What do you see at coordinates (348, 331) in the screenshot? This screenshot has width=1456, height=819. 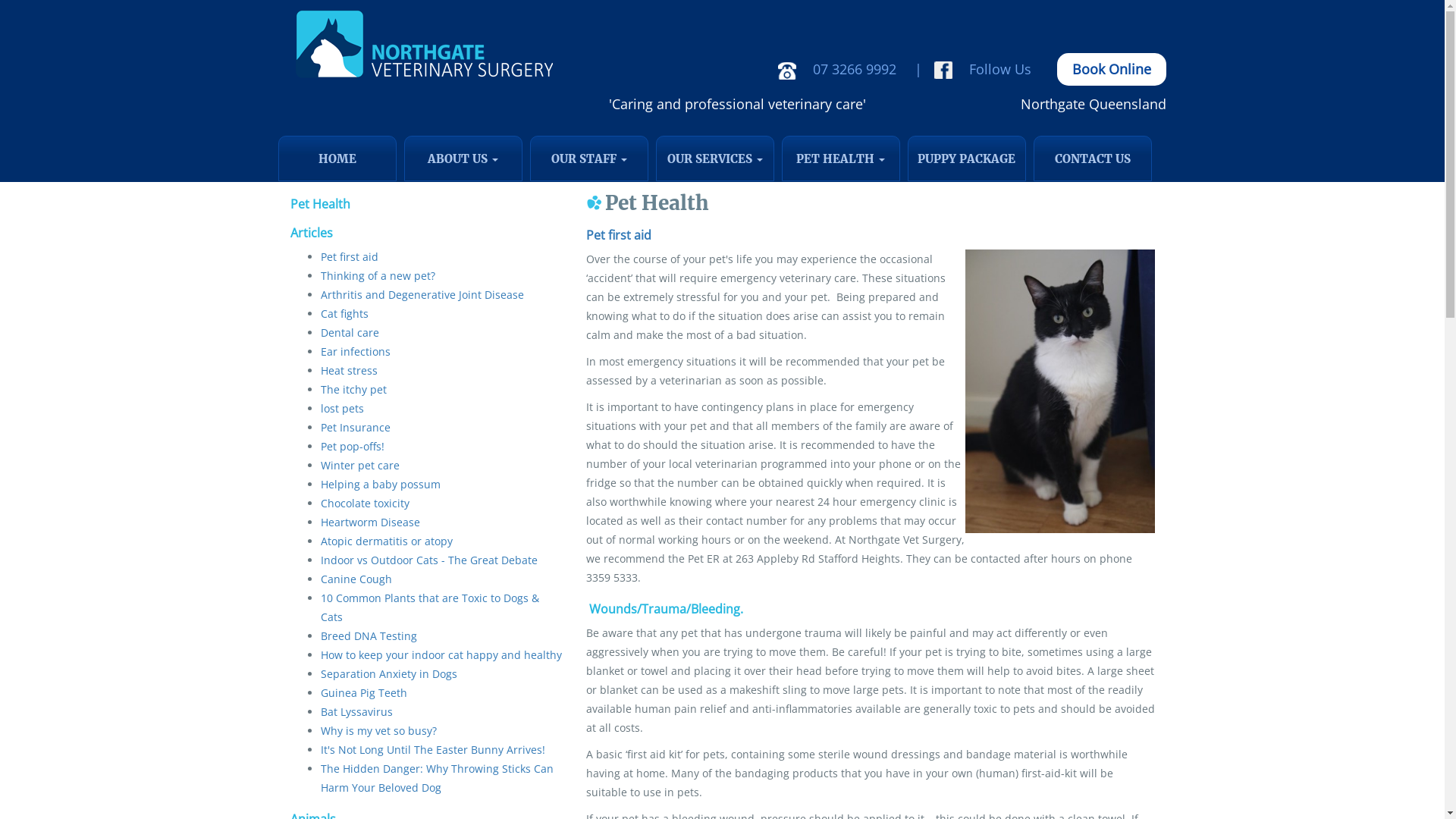 I see `'Dental care'` at bounding box center [348, 331].